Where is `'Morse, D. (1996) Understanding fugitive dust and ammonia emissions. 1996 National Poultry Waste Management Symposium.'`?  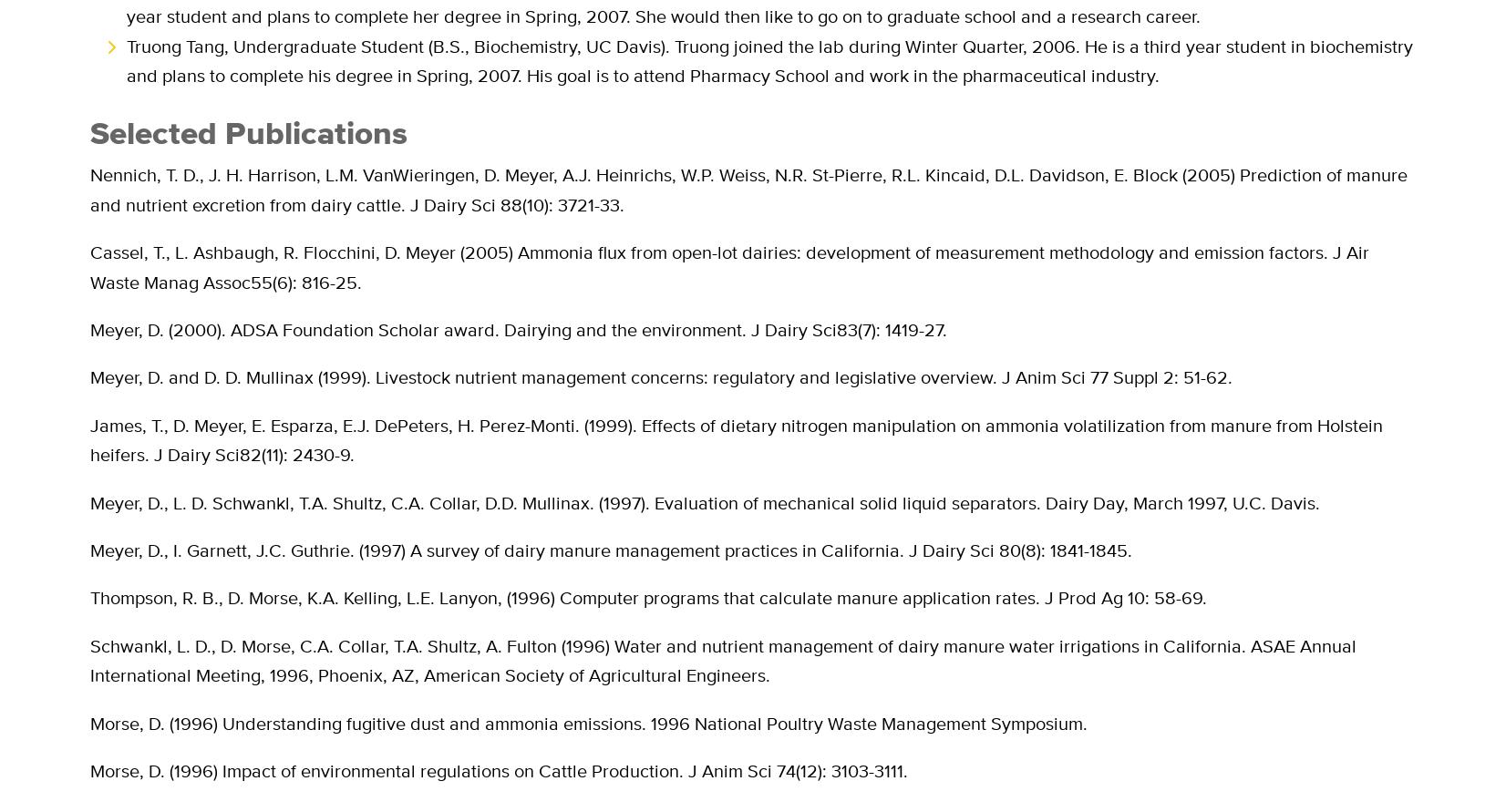
'Morse, D. (1996) Understanding fugitive dust and ammonia emissions. 1996 National Poultry Waste Management Symposium.' is located at coordinates (89, 723).